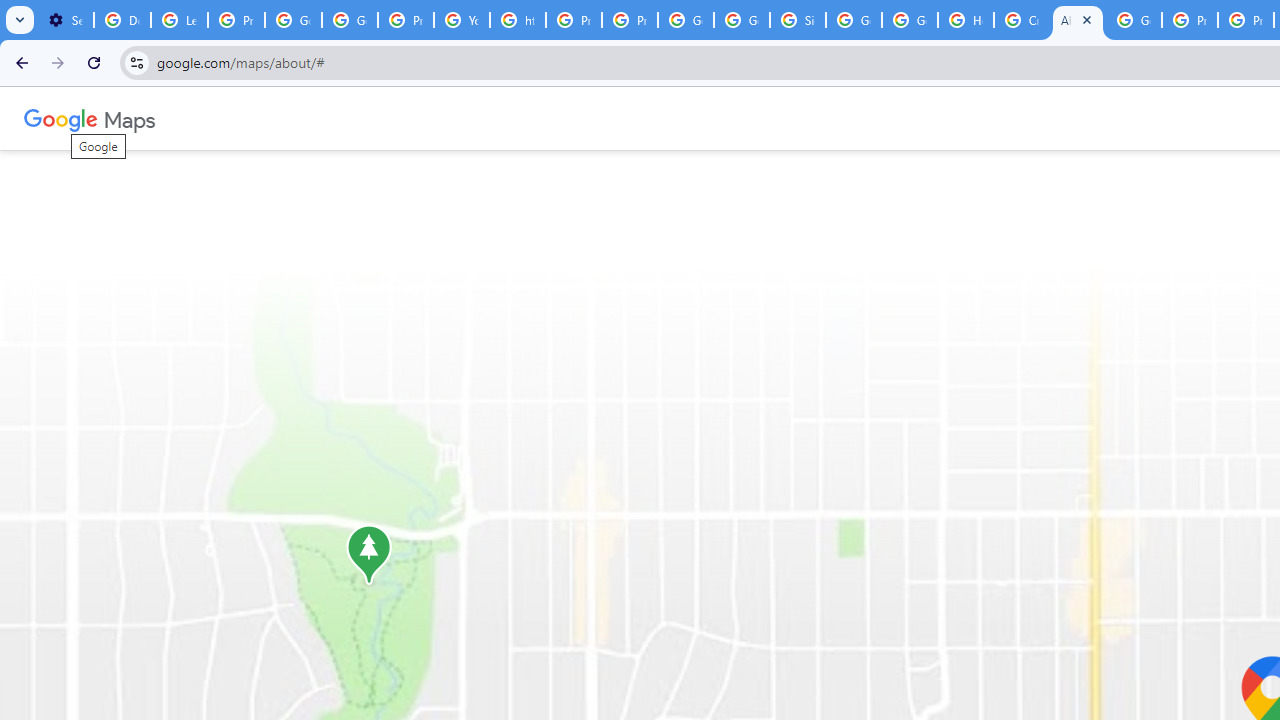 The image size is (1280, 720). I want to click on 'Create your Google Account', so click(1022, 20).